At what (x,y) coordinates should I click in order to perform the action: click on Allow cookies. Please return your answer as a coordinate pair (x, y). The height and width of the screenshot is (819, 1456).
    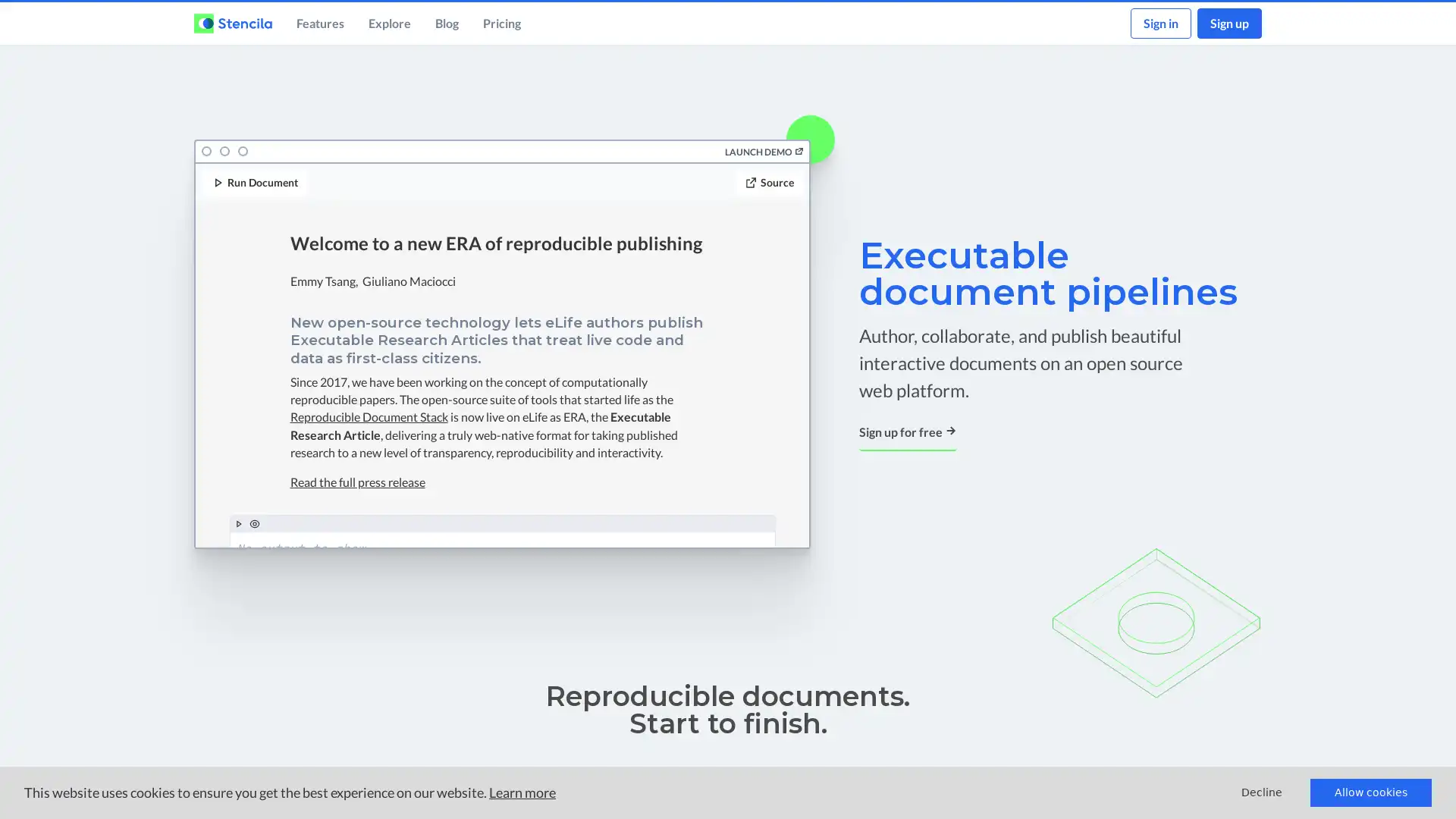
    Looking at the image, I should click on (1371, 792).